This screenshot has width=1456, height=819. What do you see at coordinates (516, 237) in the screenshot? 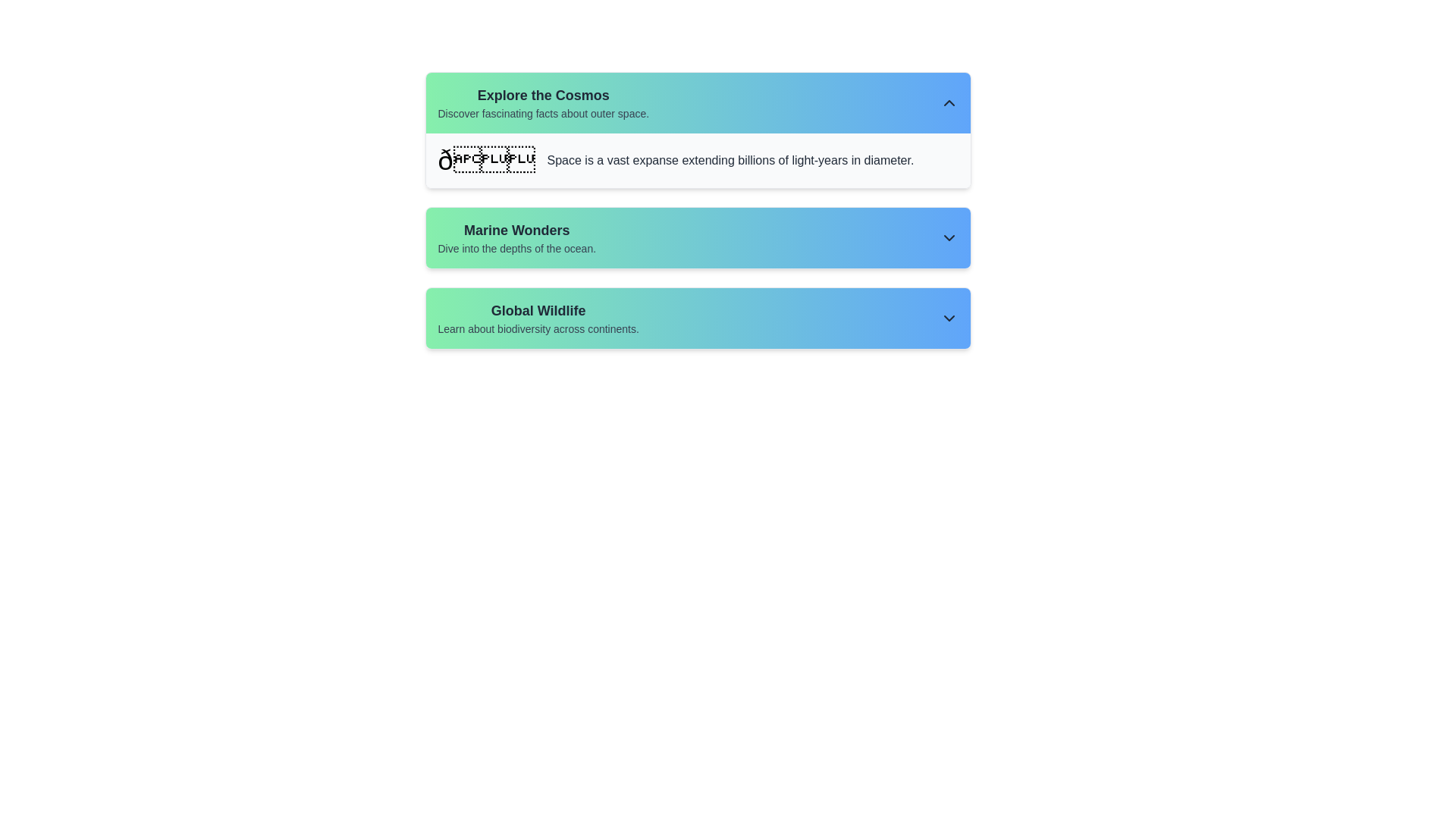
I see `the 'Marine Wonders' text block, which contains the title in bold gray font and a description about ocean depths, located between 'Explore the Cosmos' and 'Global Wildlife'` at bounding box center [516, 237].